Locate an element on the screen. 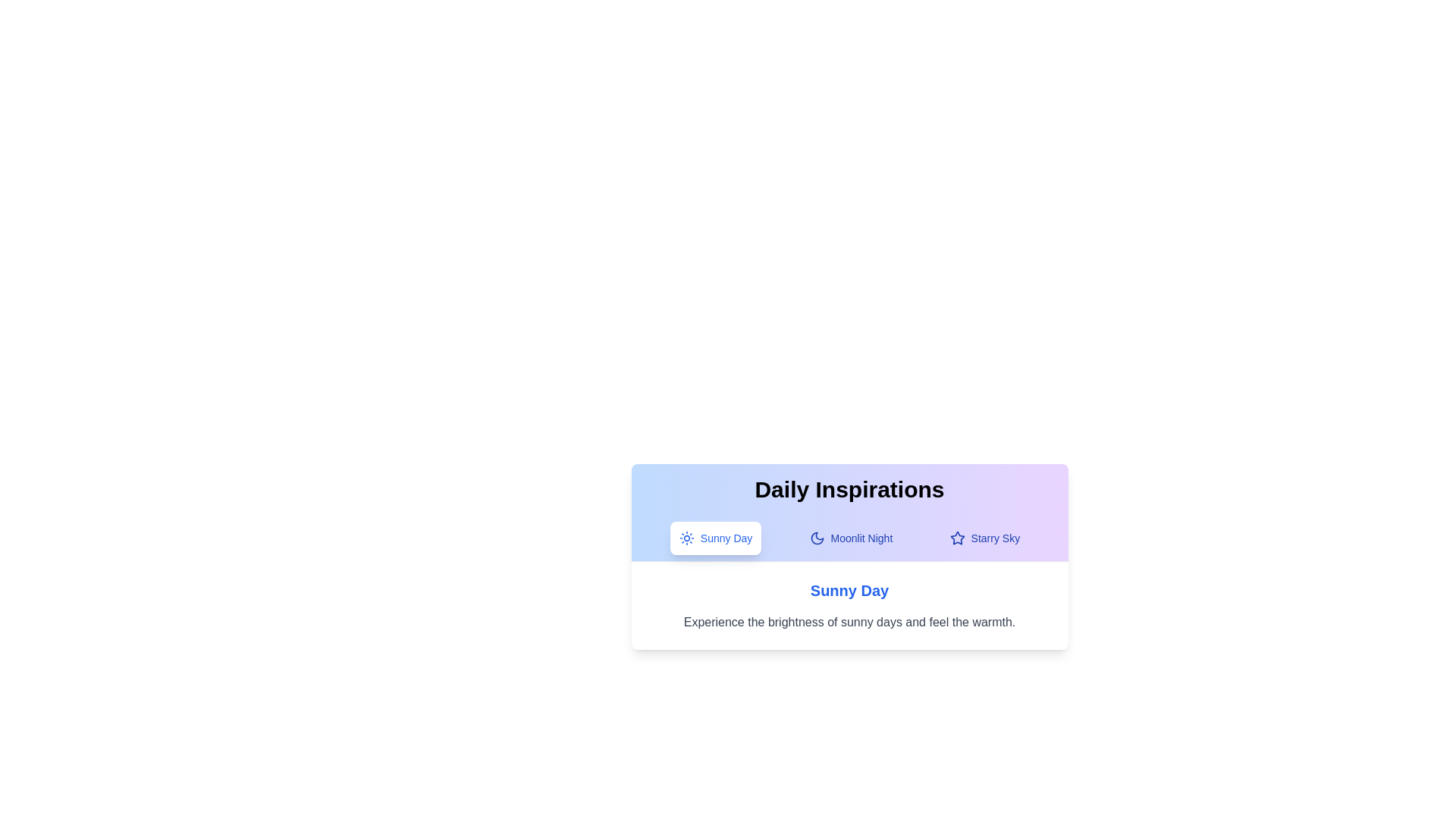  the tab labeled Sunny Day to display its content is located at coordinates (715, 537).